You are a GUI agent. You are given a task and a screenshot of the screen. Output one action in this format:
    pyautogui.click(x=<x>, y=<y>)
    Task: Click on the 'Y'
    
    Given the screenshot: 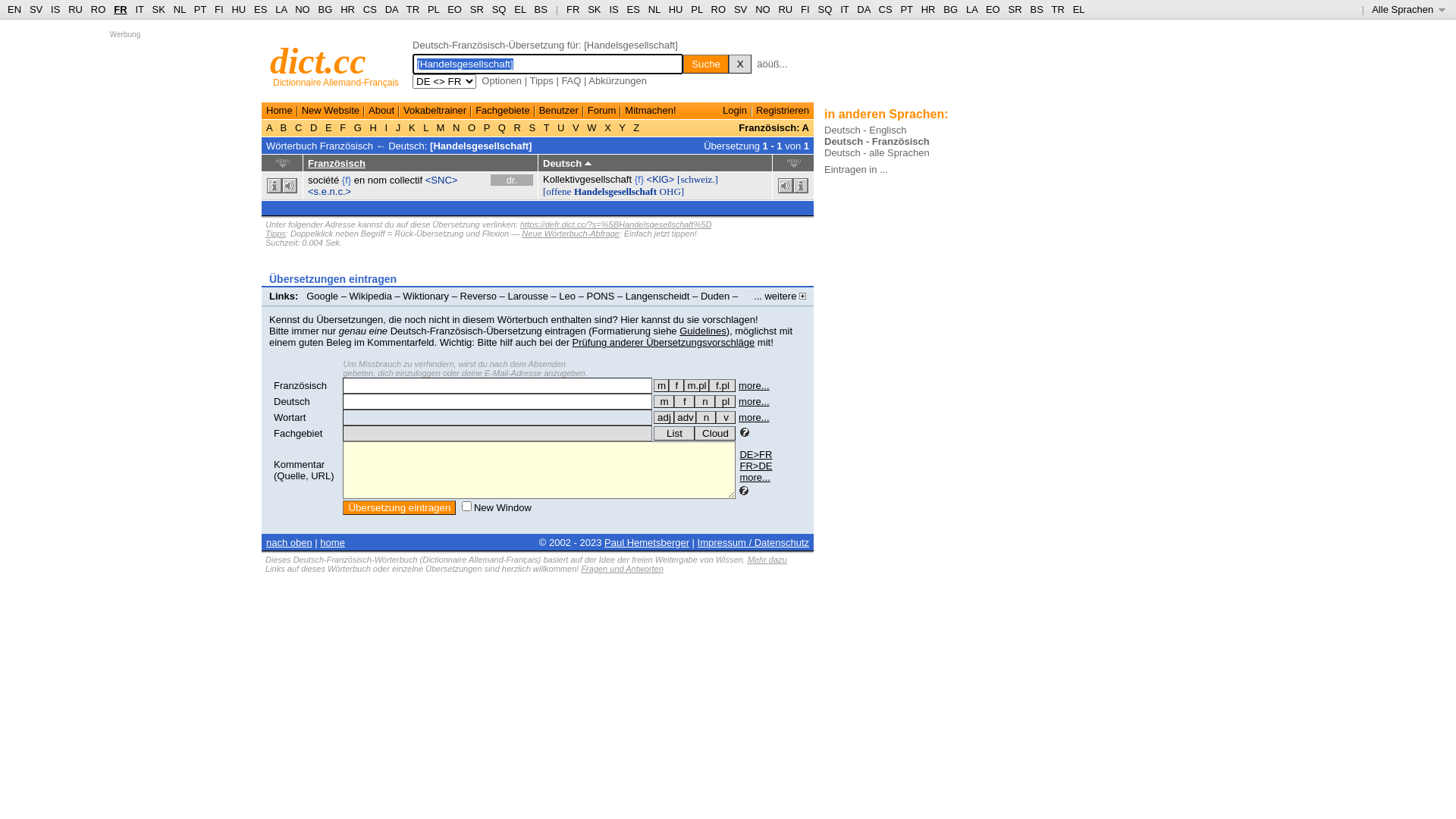 What is the action you would take?
    pyautogui.click(x=622, y=127)
    